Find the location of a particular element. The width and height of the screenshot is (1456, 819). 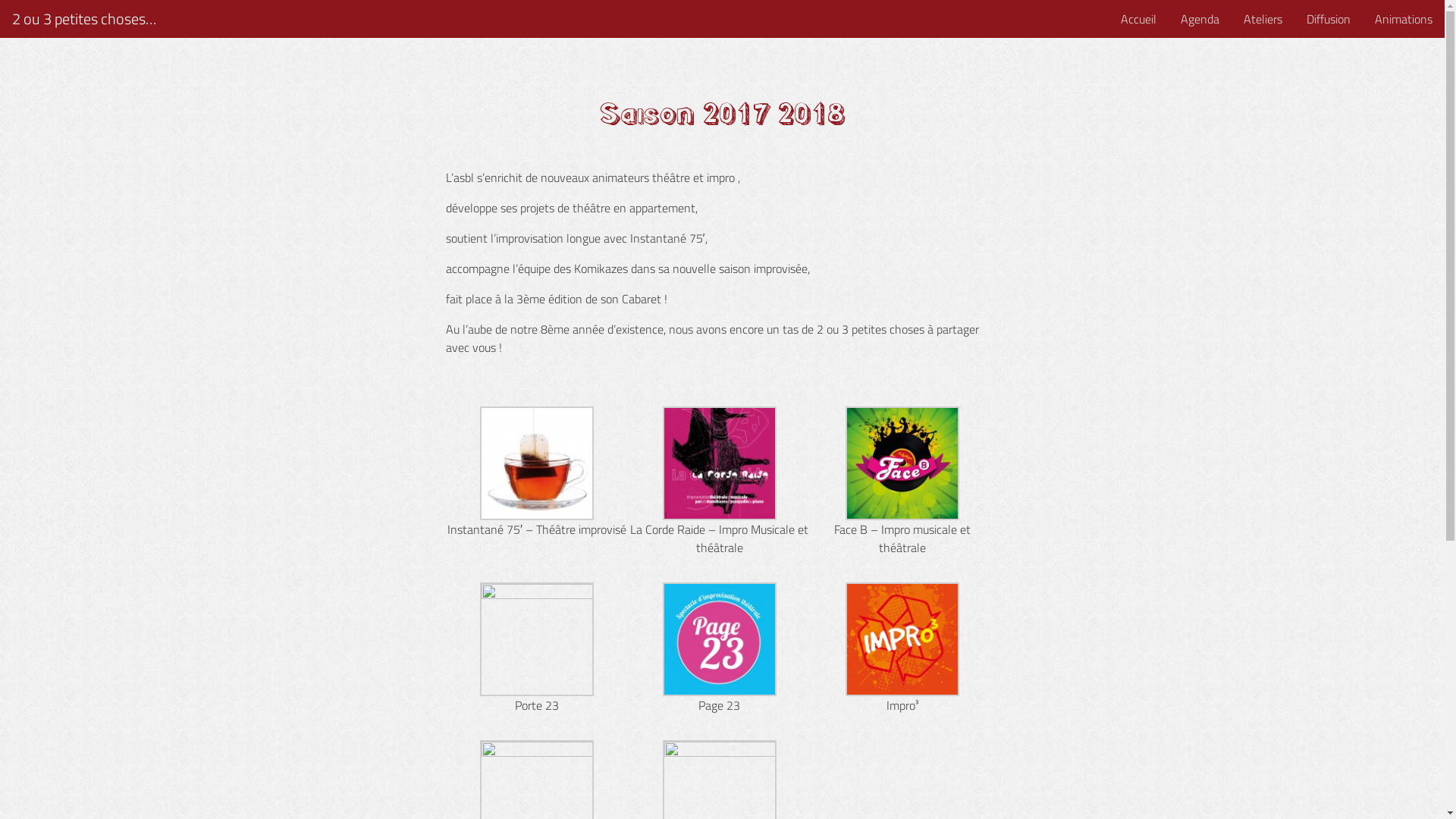

'Accueil' is located at coordinates (1138, 18).